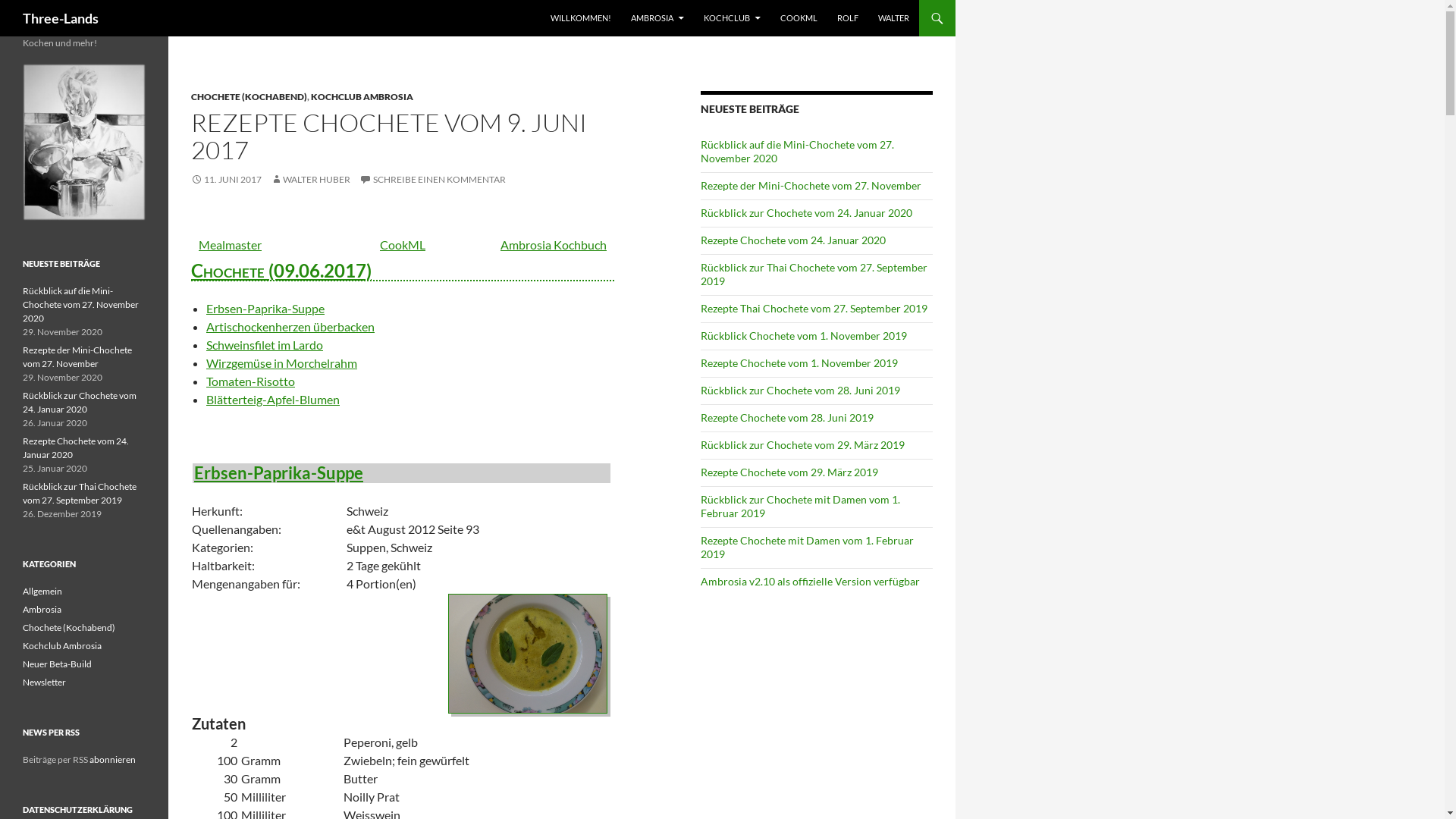  I want to click on 'Rezepte der Mini-Chochete vom 27. November', so click(810, 184).